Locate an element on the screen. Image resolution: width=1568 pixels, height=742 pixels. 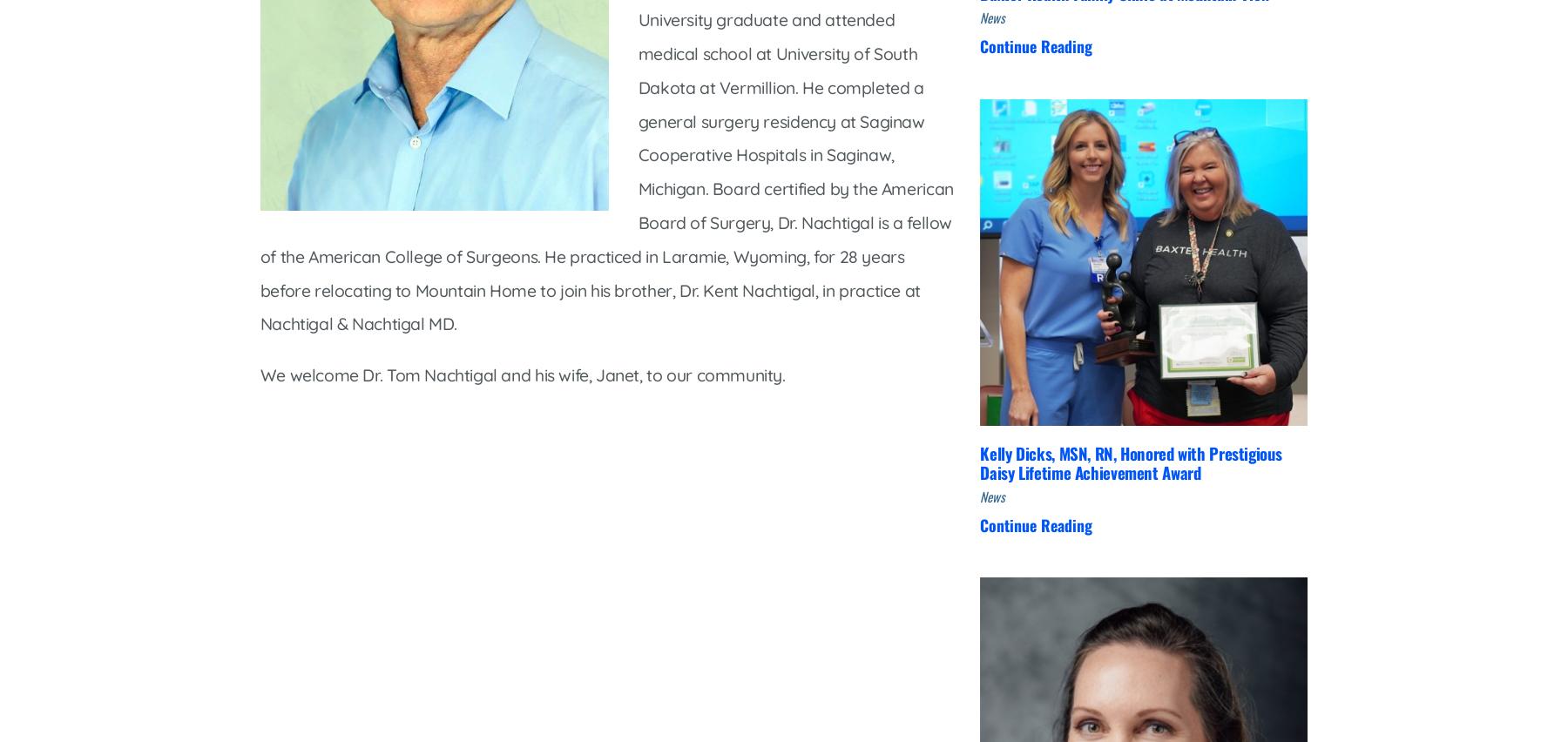
'Contact Us' is located at coordinates (1143, 321).